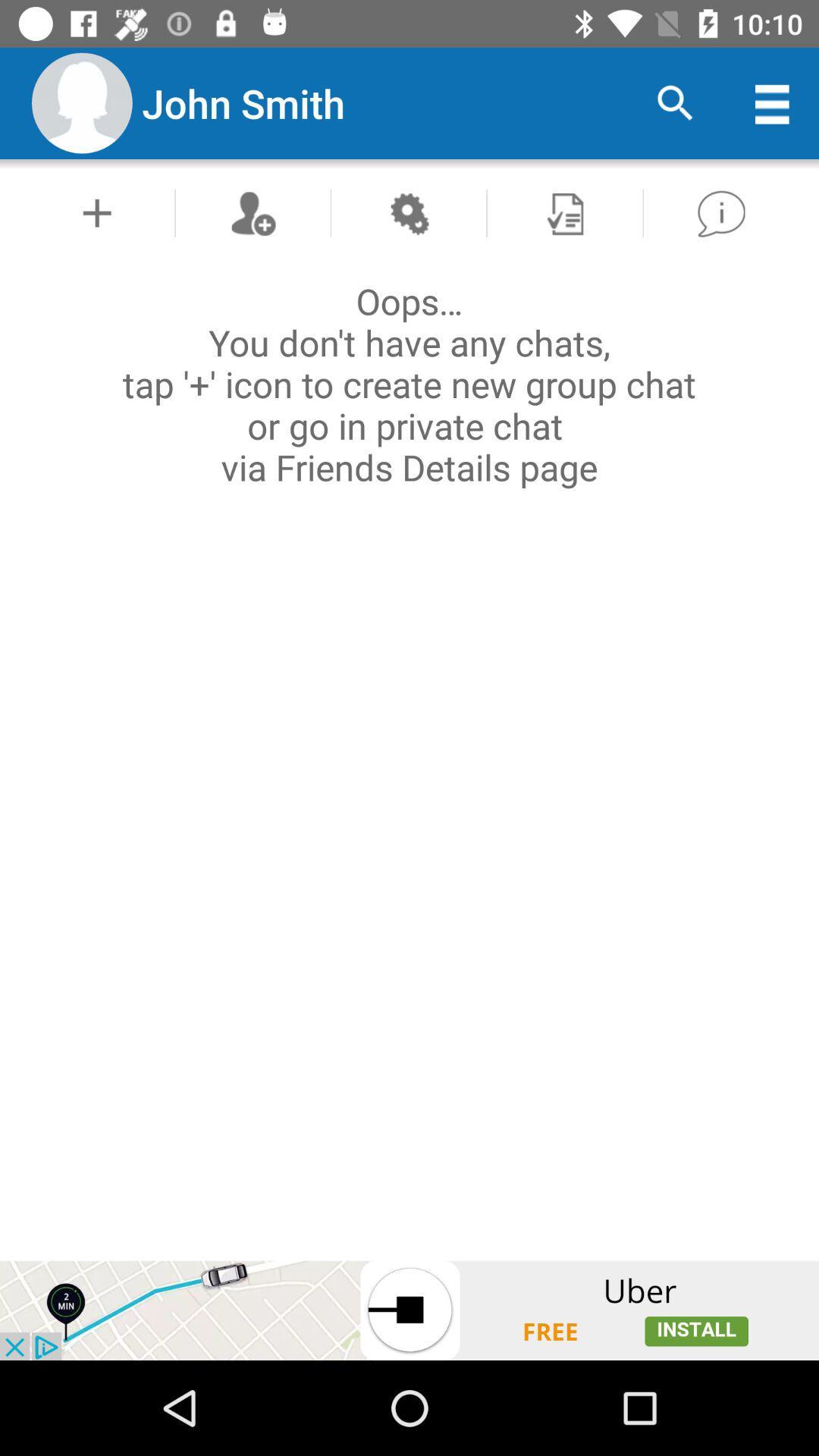 This screenshot has width=819, height=1456. What do you see at coordinates (720, 212) in the screenshot?
I see `go back` at bounding box center [720, 212].